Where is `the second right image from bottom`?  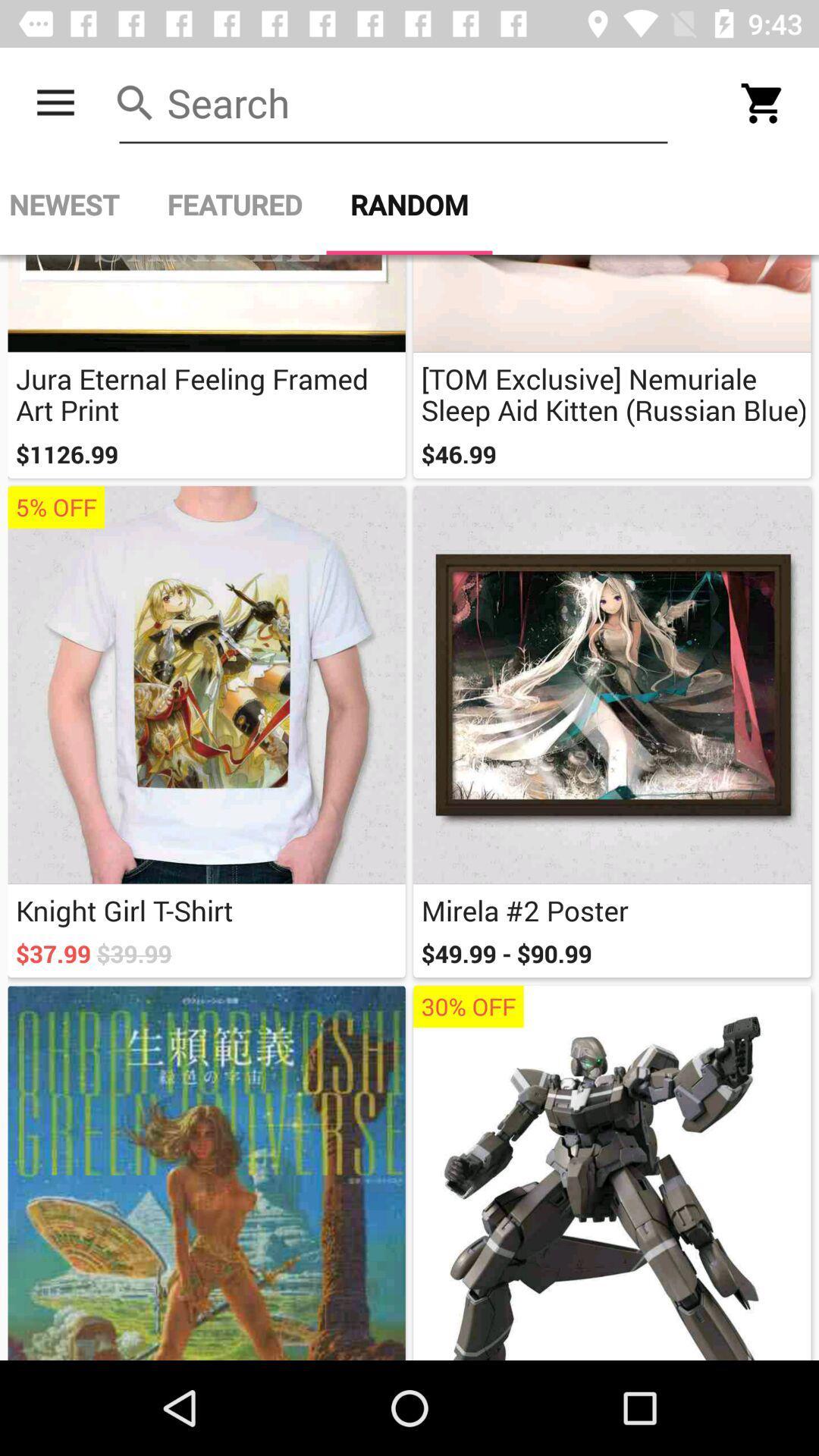
the second right image from bottom is located at coordinates (611, 731).